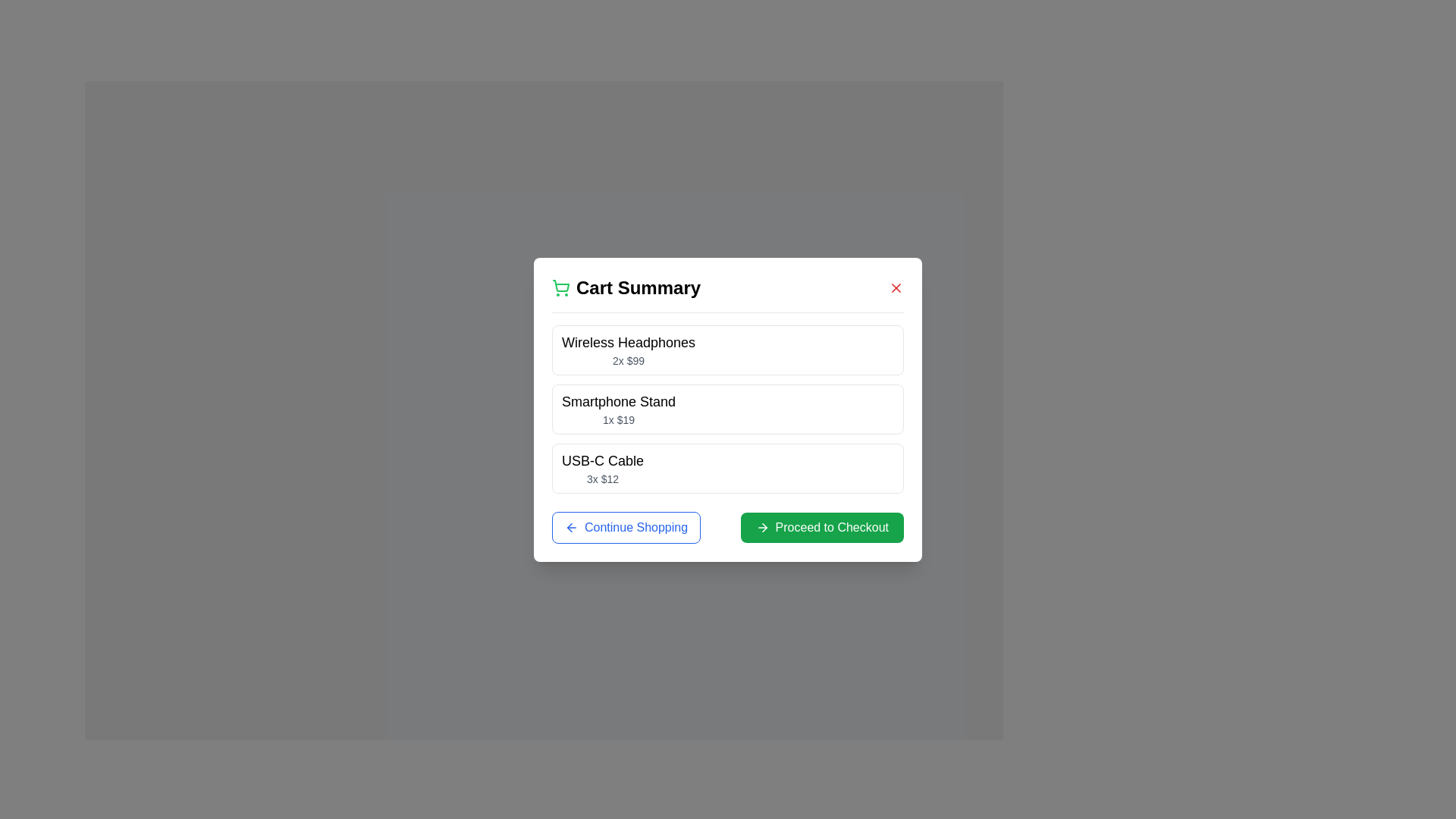  Describe the element at coordinates (728, 467) in the screenshot. I see `the static content display element showing the item descriptor 'USB-C Cable' with its quantity and price in the shopping cart summary` at that location.